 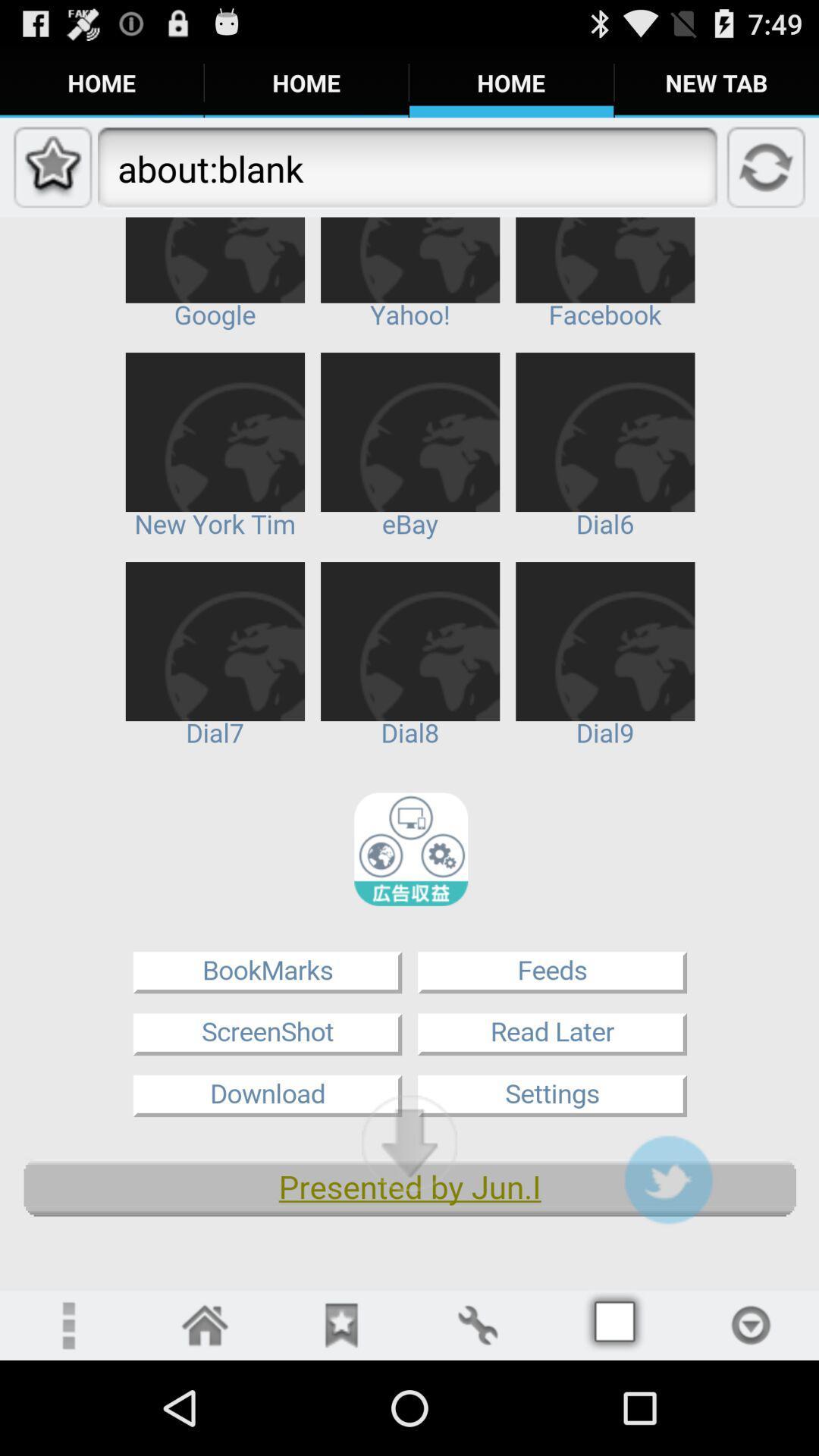 I want to click on switch to bookmark, so click(x=341, y=1324).